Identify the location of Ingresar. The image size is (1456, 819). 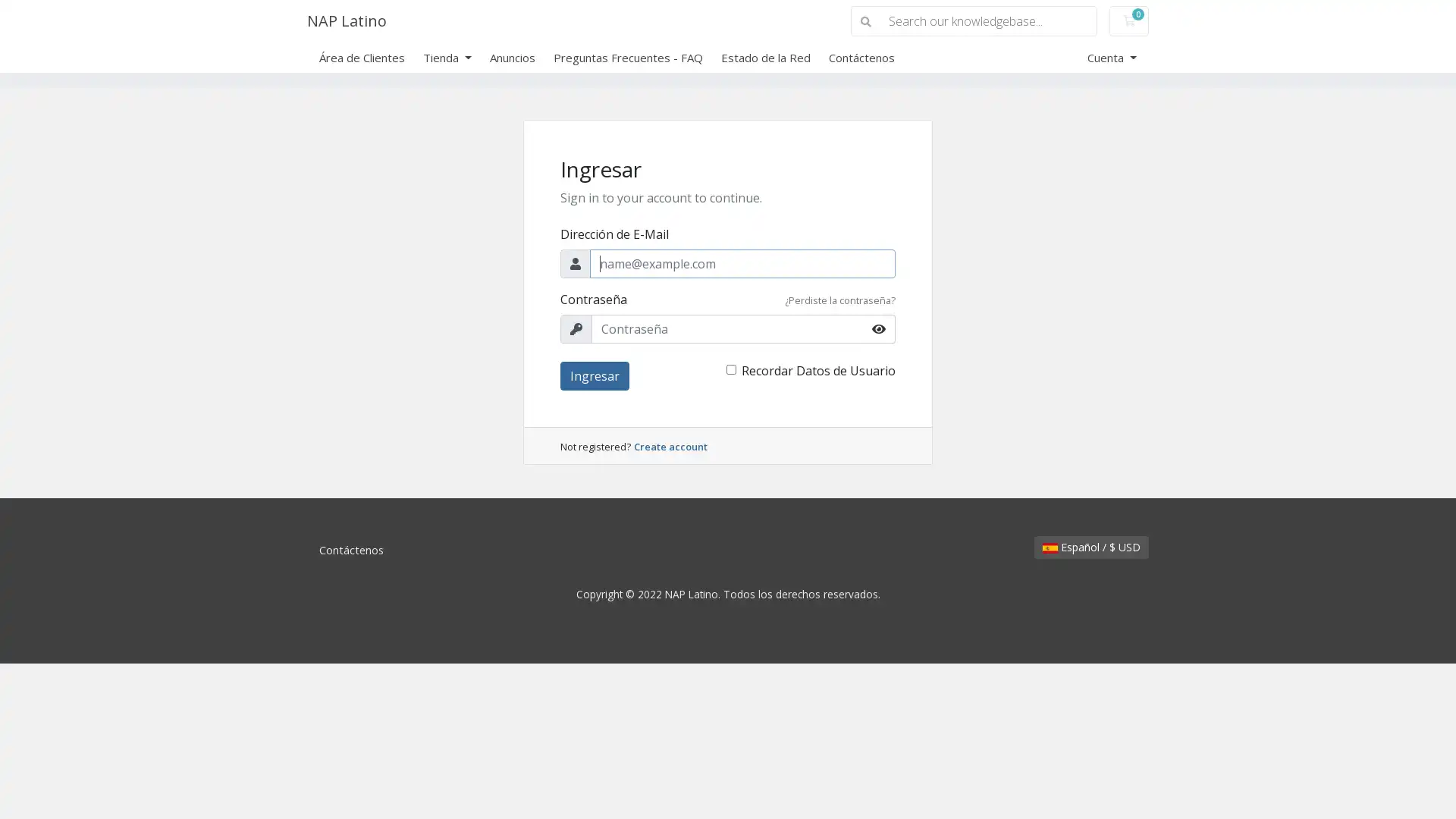
(594, 375).